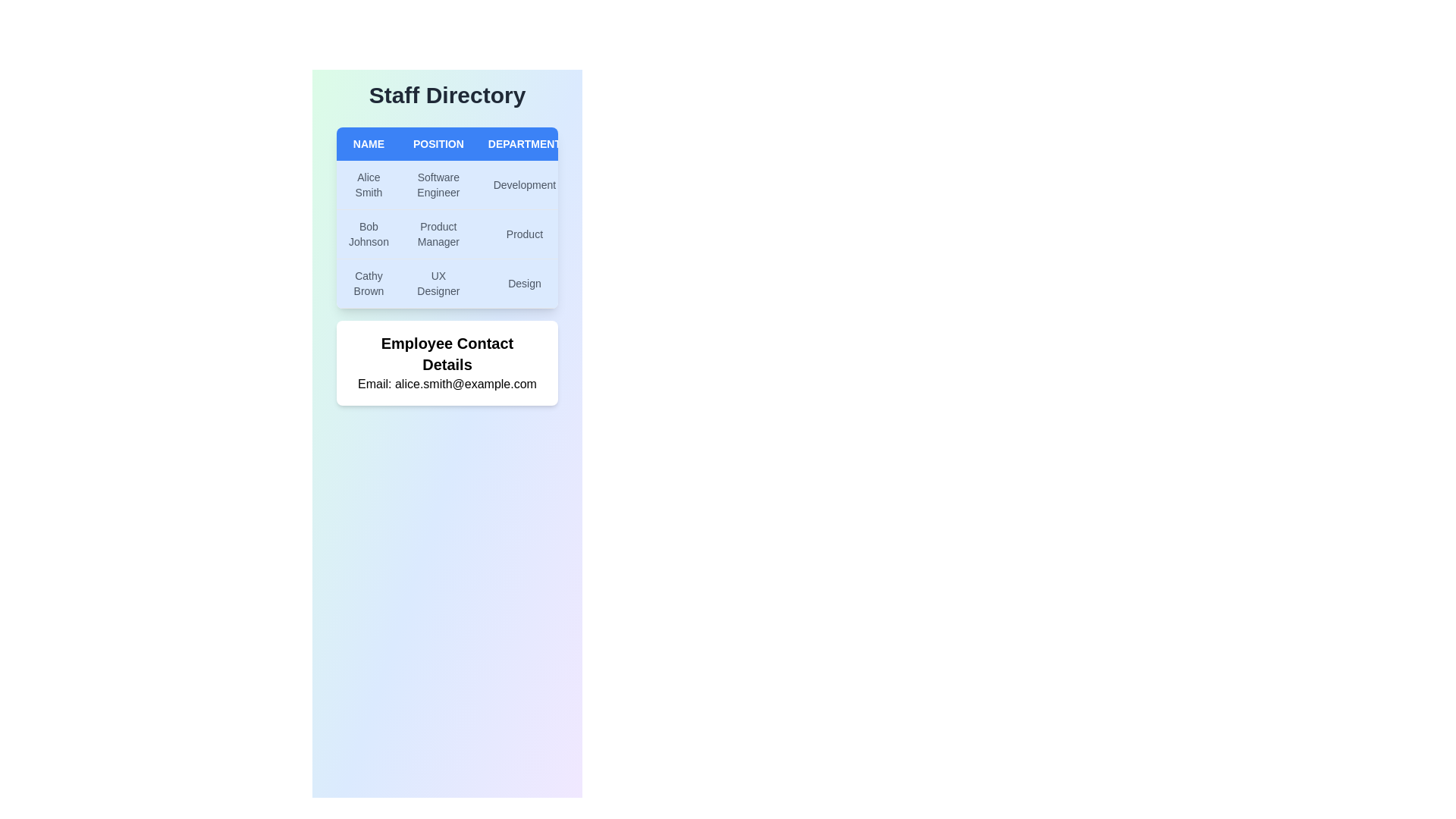 Image resolution: width=1456 pixels, height=819 pixels. What do you see at coordinates (491, 234) in the screenshot?
I see `the second row of the 'Staff Directory' table` at bounding box center [491, 234].